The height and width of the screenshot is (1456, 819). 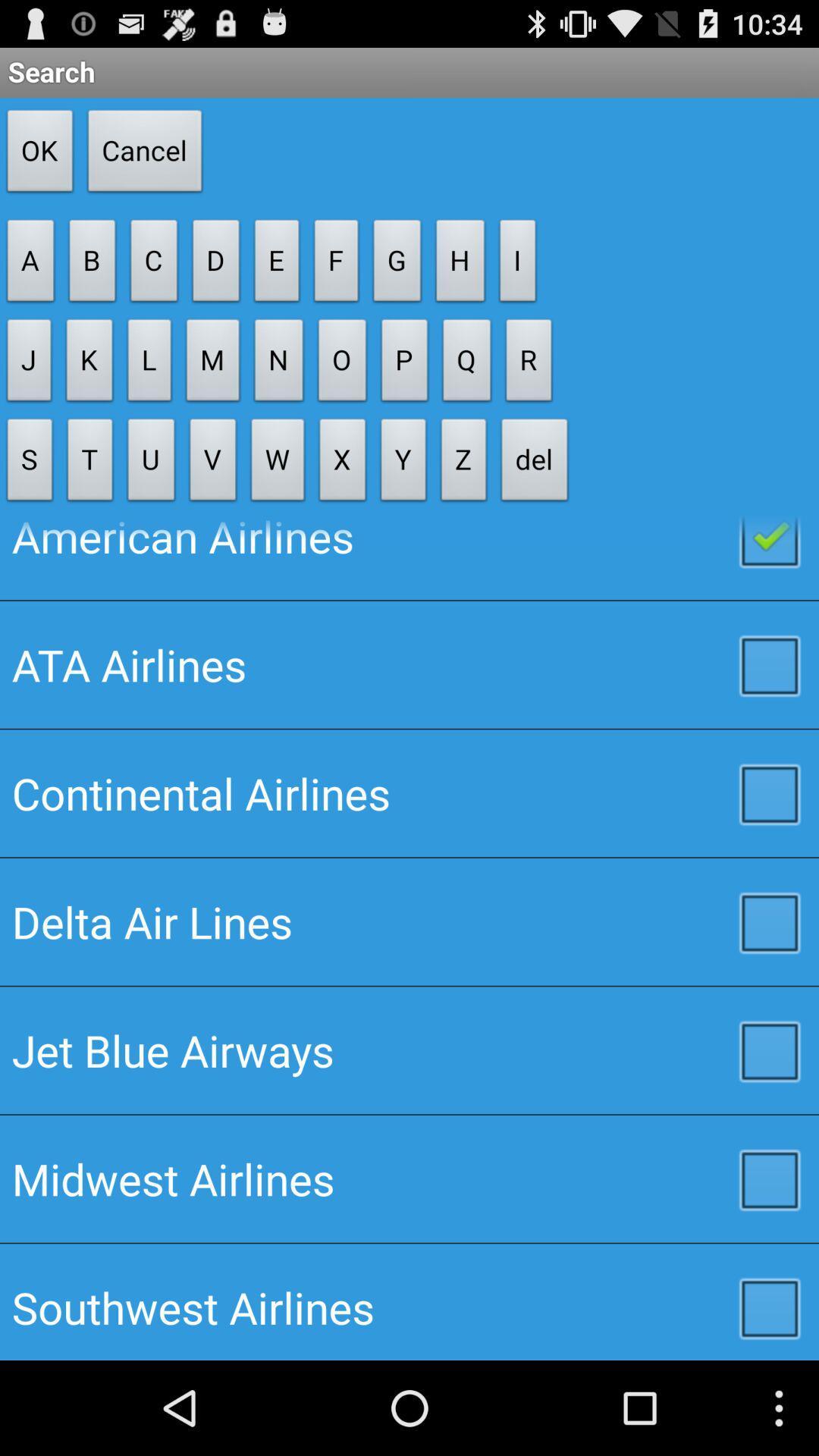 What do you see at coordinates (409, 1050) in the screenshot?
I see `the icon above midwest airlines` at bounding box center [409, 1050].